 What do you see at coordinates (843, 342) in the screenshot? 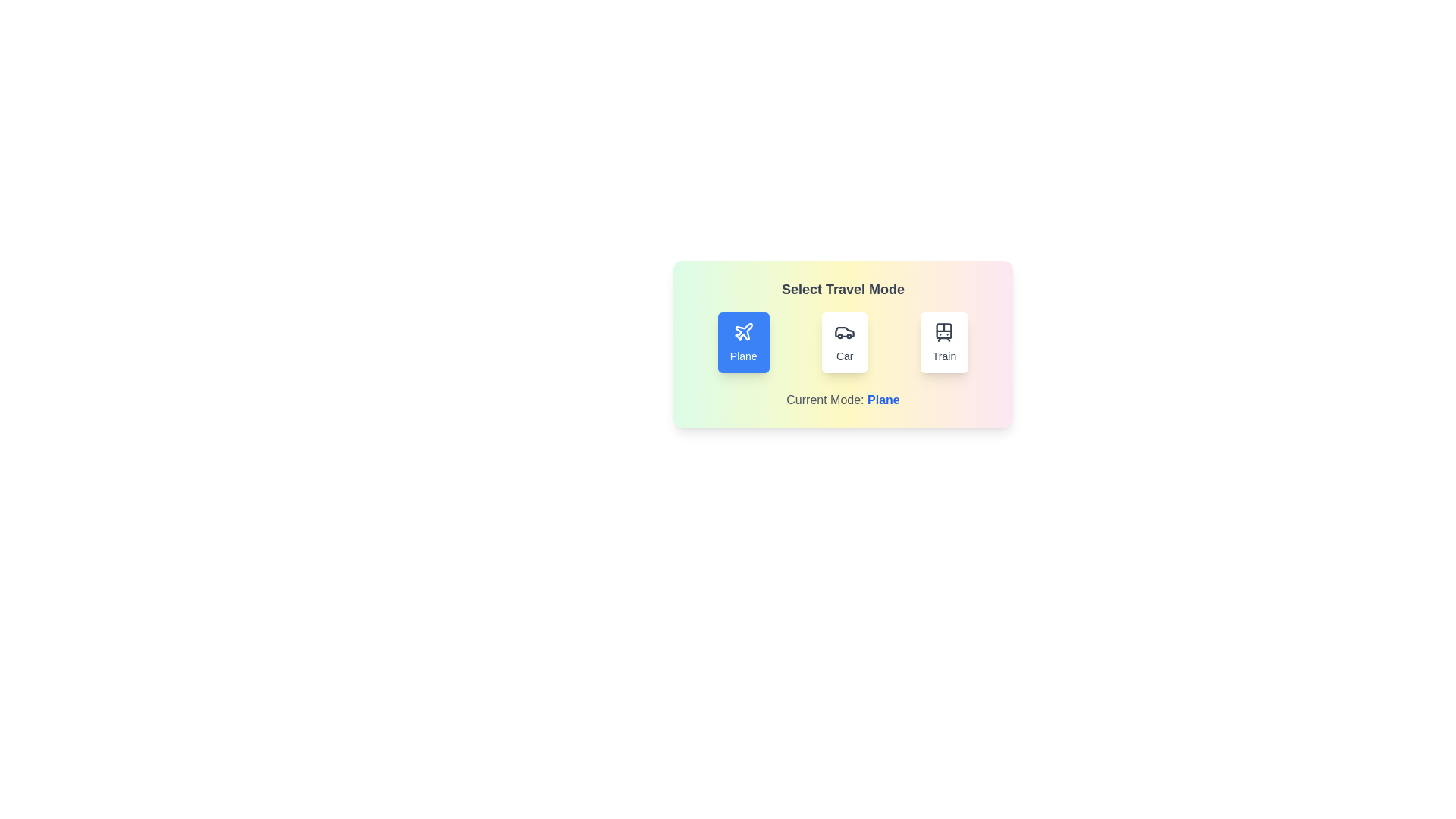
I see `the button labeled Car to observe its hover effect` at bounding box center [843, 342].